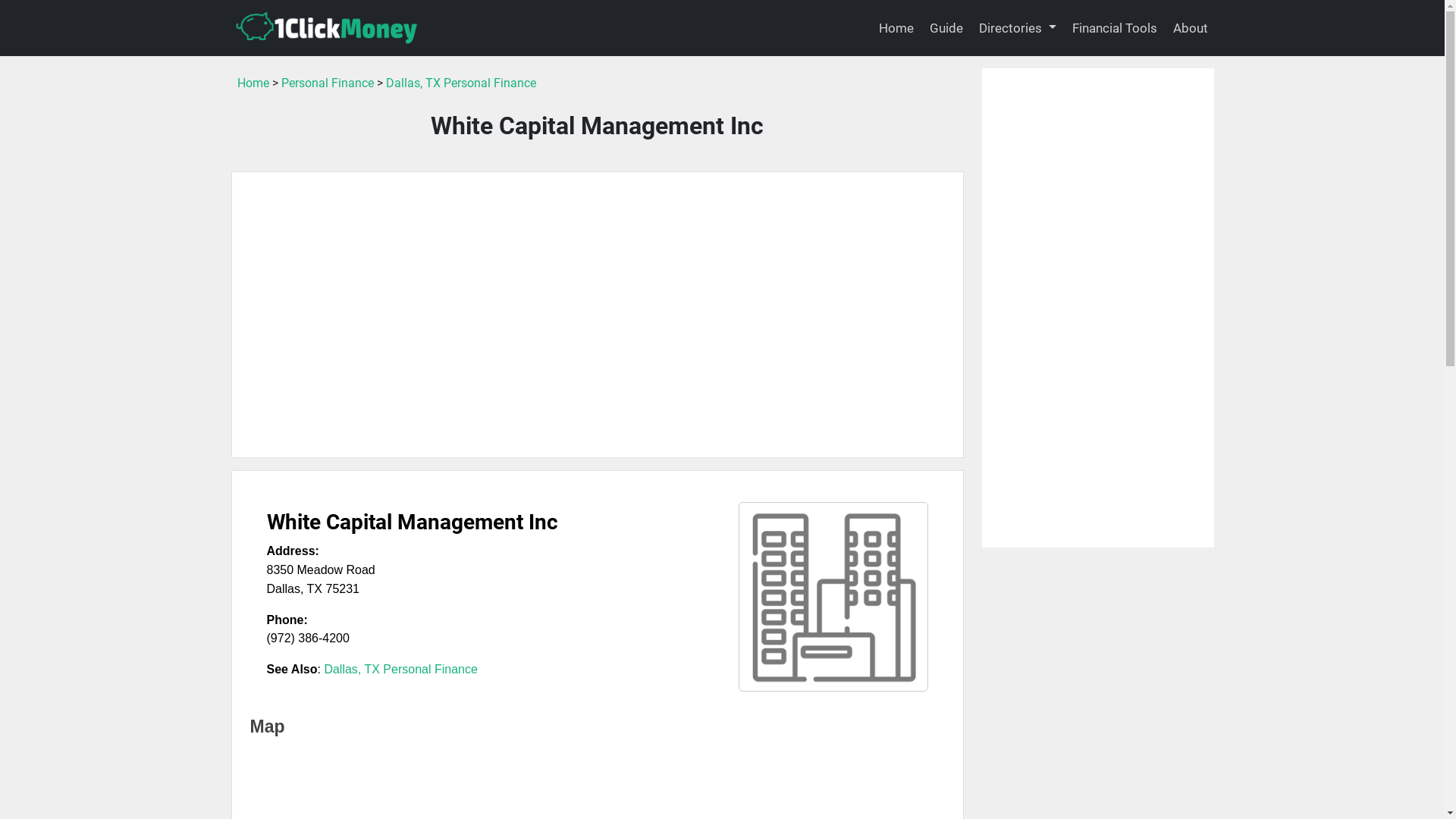 The width and height of the screenshot is (1456, 819). I want to click on 'Financial Tools', so click(1114, 28).